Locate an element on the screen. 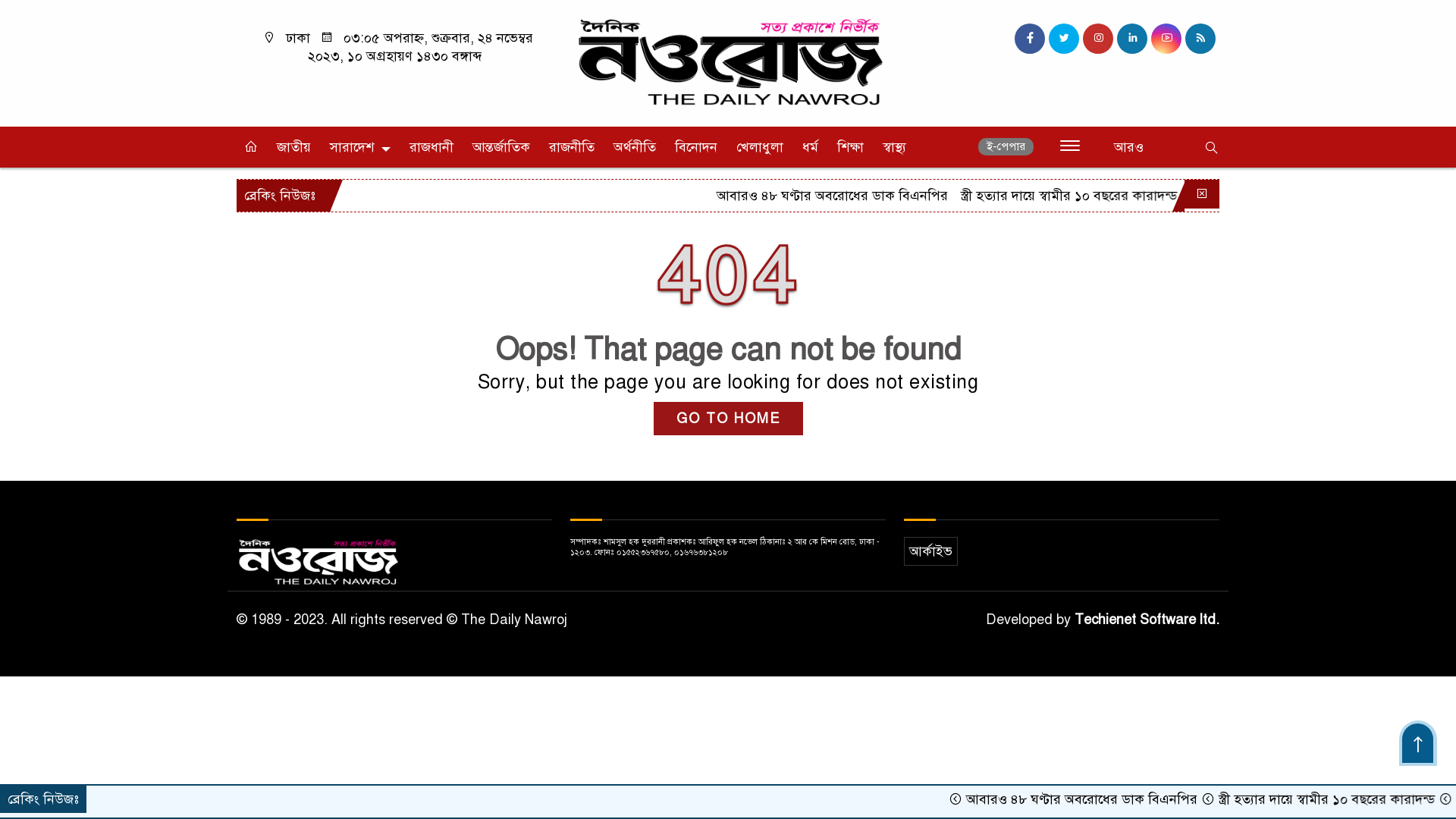 This screenshot has width=1456, height=819. 'The Daily Nawroj' is located at coordinates (728, 62).